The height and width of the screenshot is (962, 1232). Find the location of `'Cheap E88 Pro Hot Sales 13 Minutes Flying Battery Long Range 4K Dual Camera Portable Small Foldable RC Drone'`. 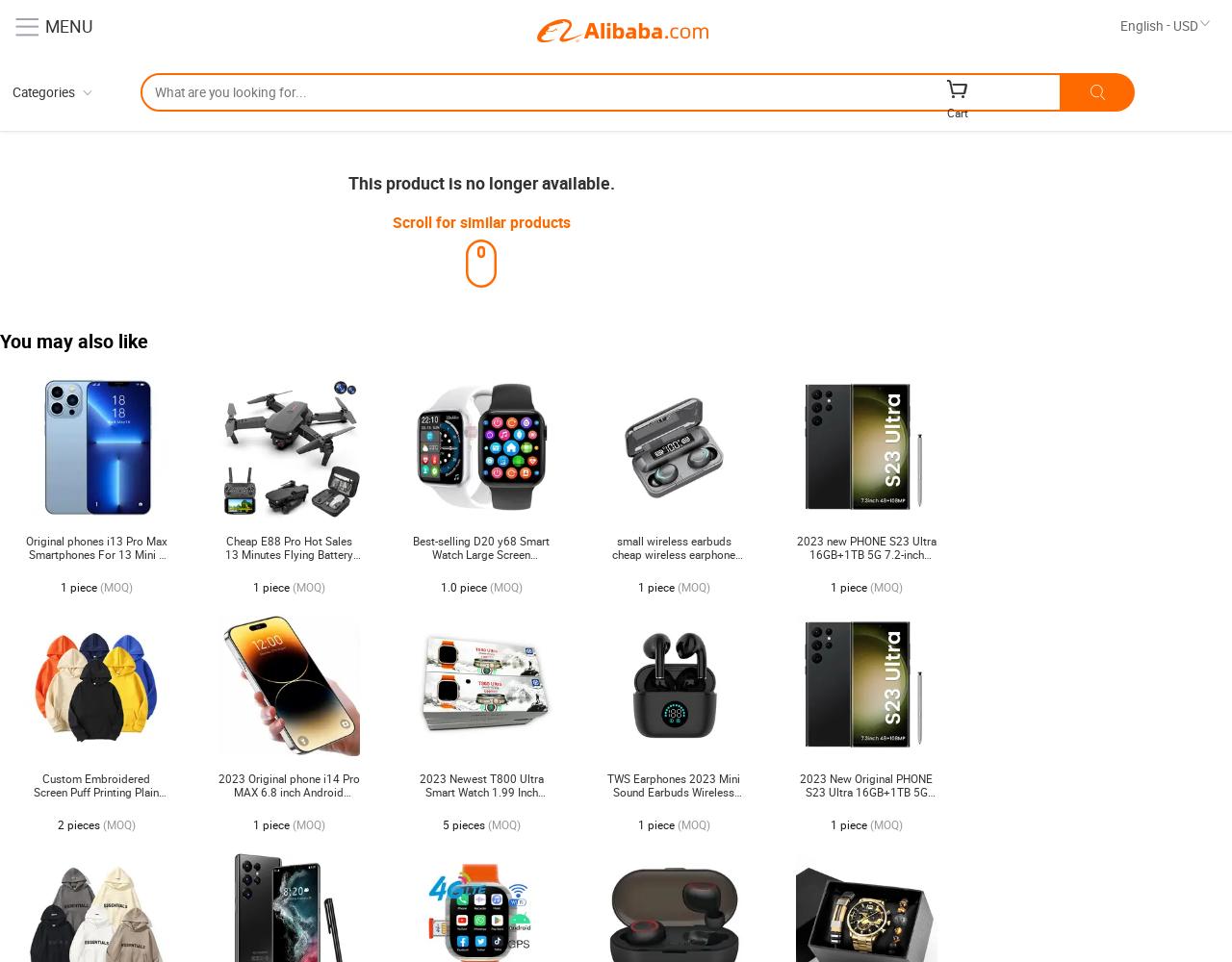

'Cheap E88 Pro Hot Sales 13 Minutes Flying Battery Long Range 4K Dual Camera Portable Small Foldable RC Drone' is located at coordinates (287, 567).